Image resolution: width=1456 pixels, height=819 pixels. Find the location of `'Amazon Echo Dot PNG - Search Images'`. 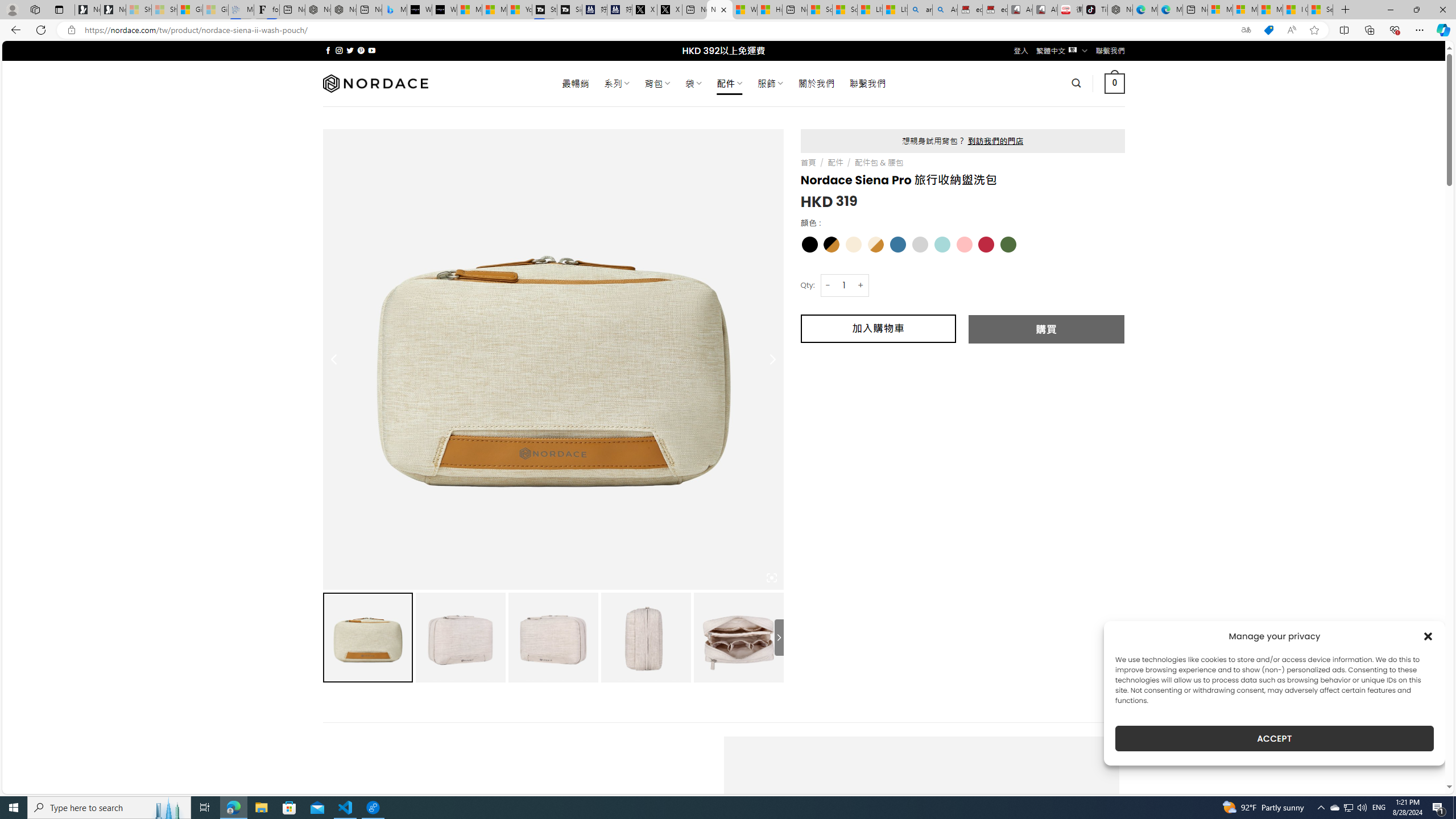

'Amazon Echo Dot PNG - Search Images' is located at coordinates (944, 9).